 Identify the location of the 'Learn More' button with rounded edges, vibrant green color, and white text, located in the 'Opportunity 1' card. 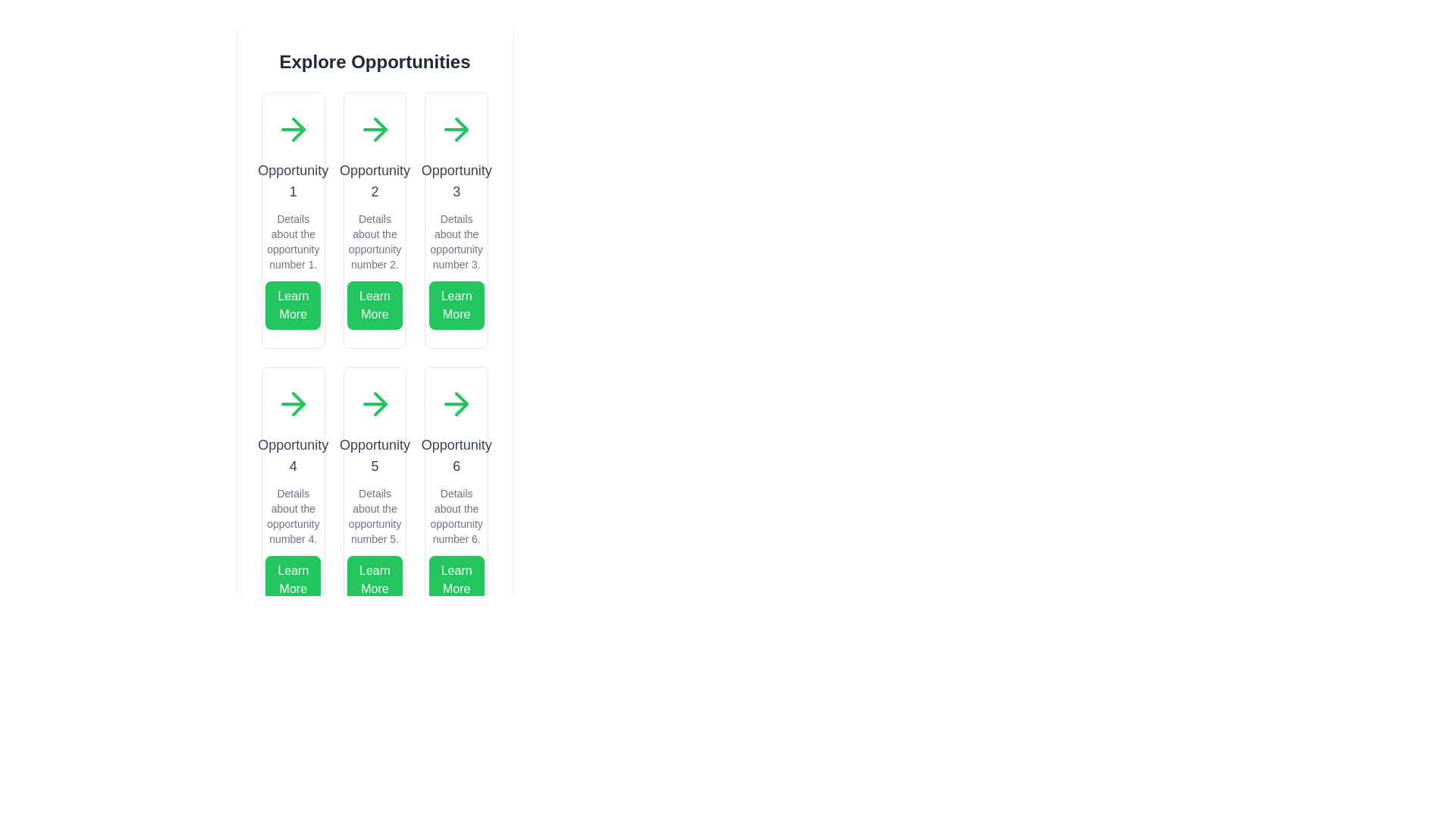
(293, 305).